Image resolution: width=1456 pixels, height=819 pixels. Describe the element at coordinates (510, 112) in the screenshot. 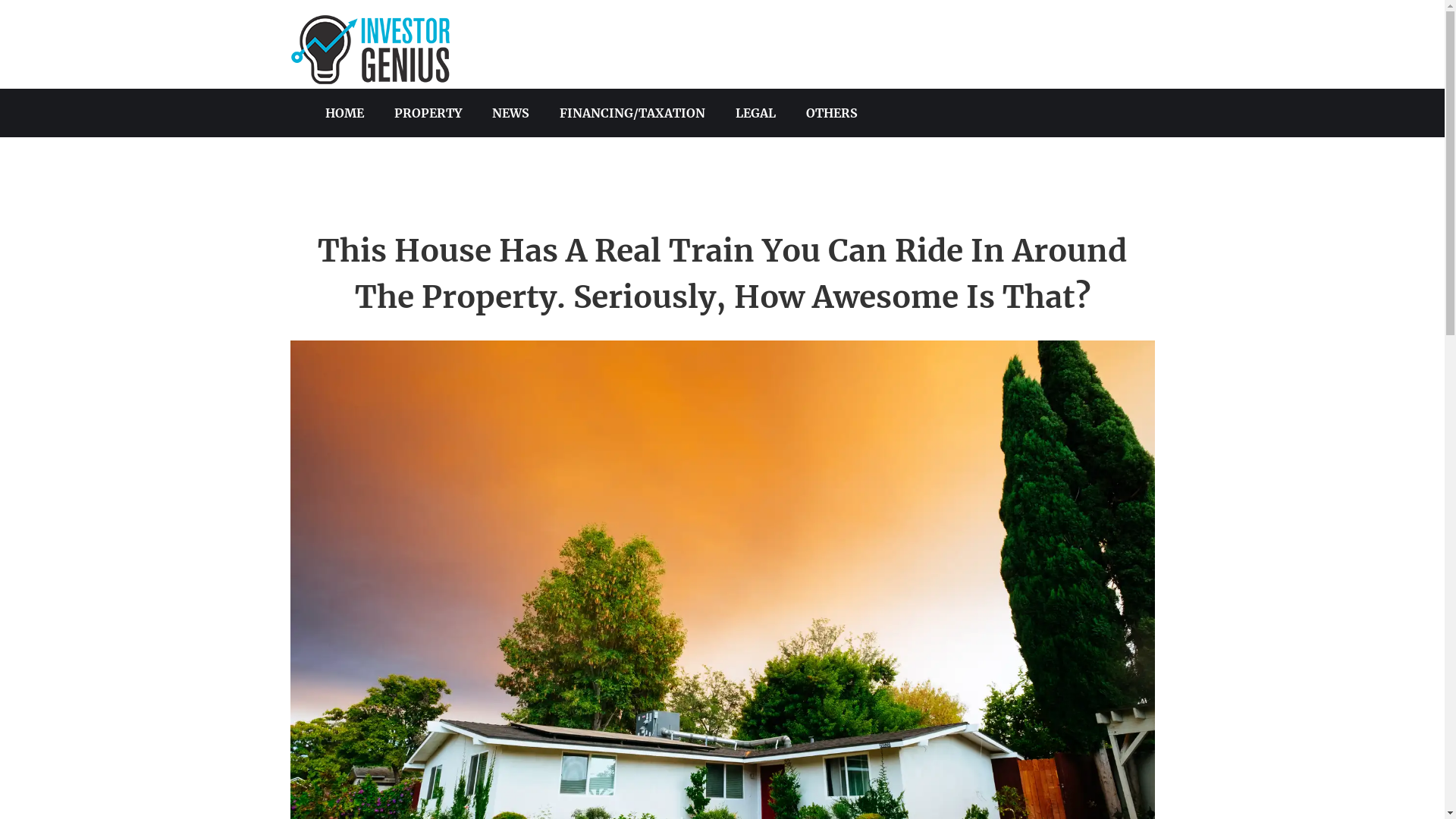

I see `'NEWS'` at that location.